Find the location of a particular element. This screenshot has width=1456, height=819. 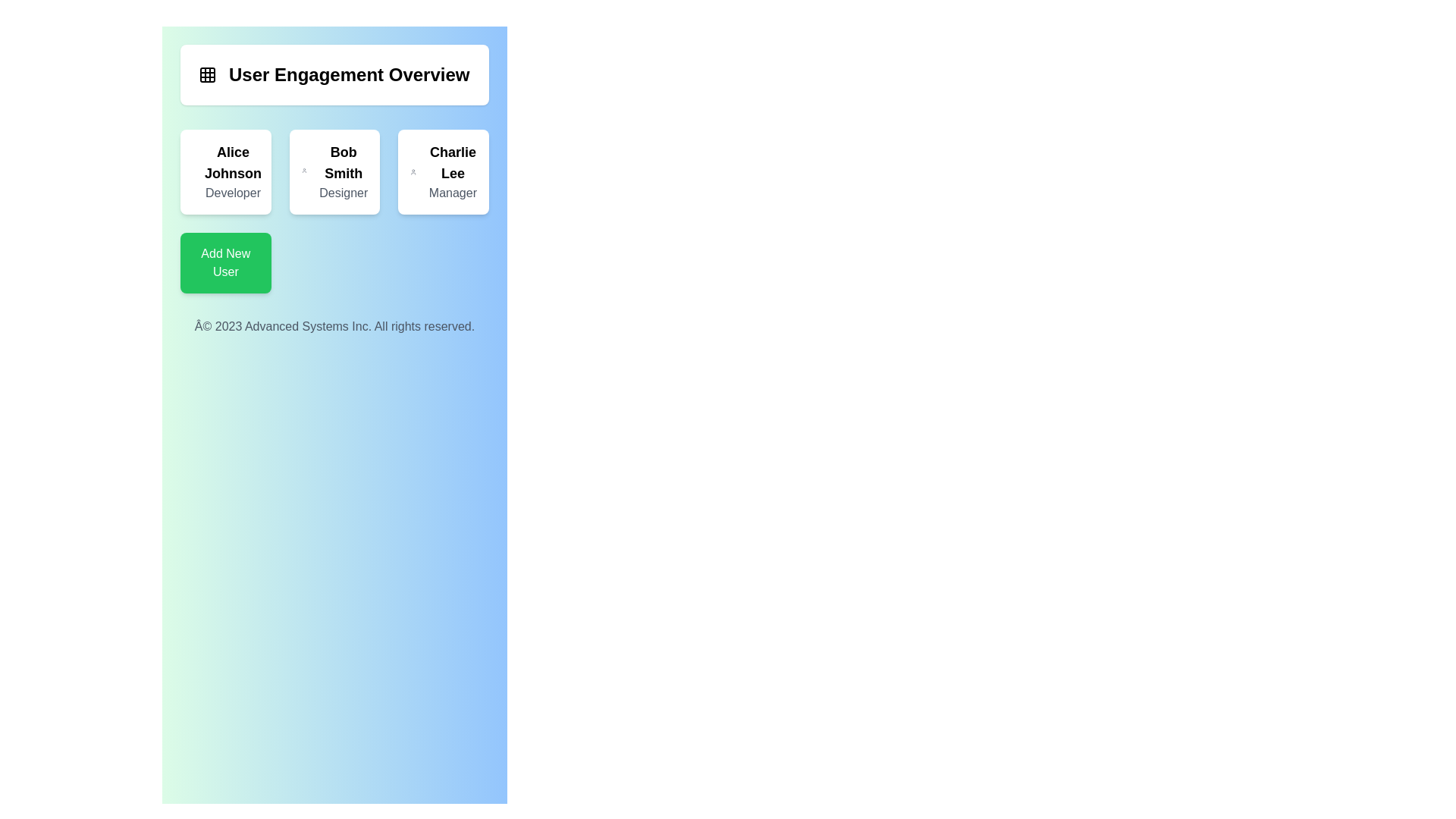

the 'Add New User' button with a green background and white text located directly underneath the first card in the grid layout is located at coordinates (224, 262).